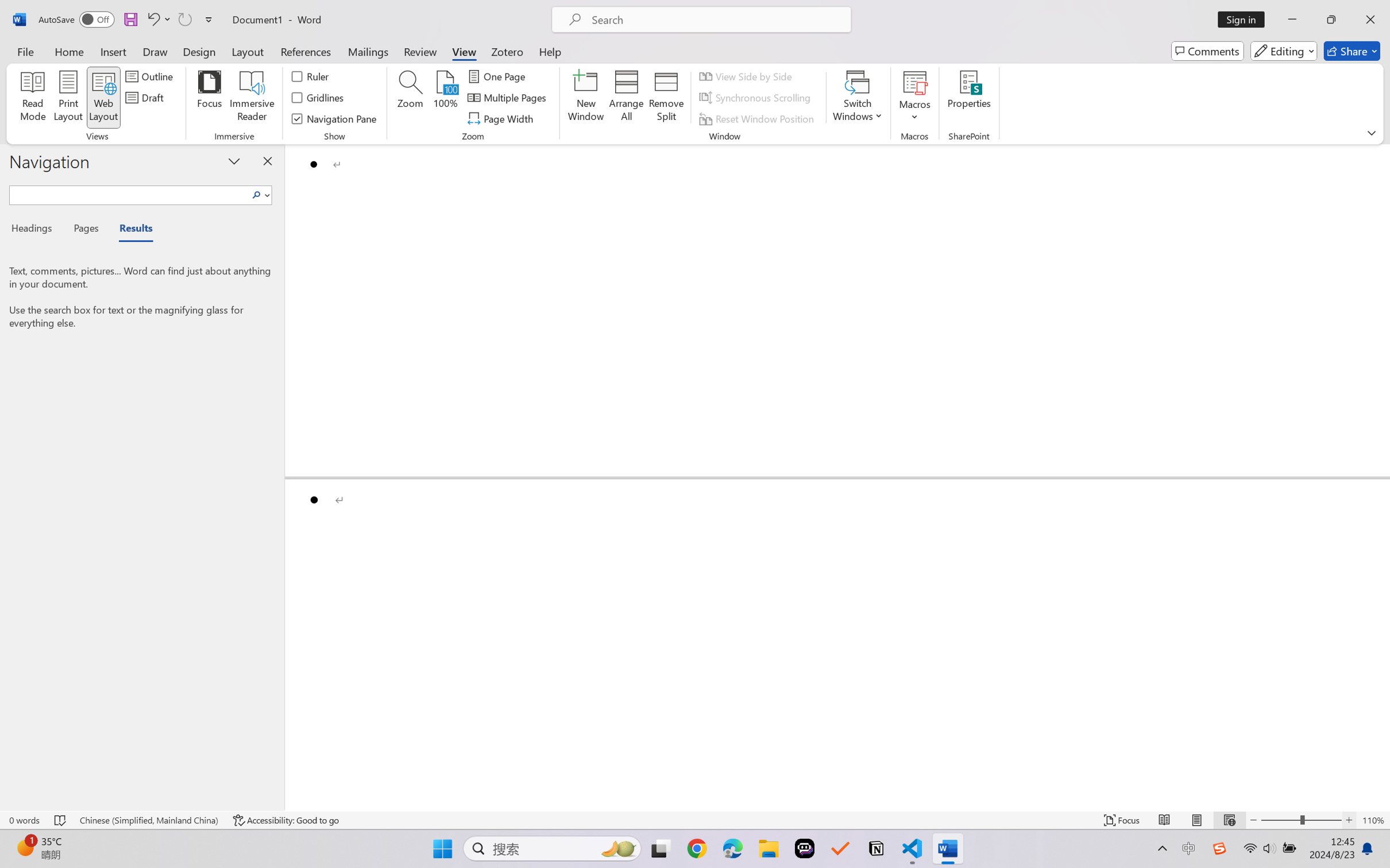 This screenshot has height=868, width=1390. I want to click on 'Arrange All', so click(625, 98).